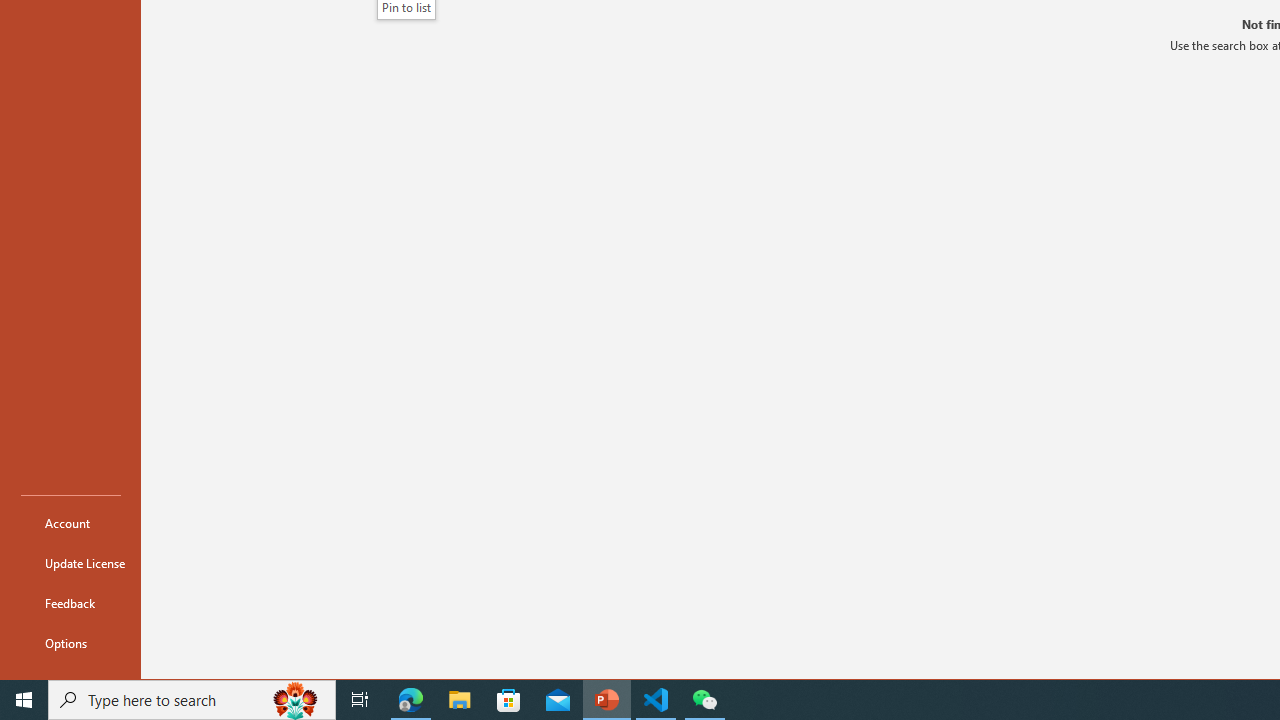 The image size is (1280, 720). I want to click on 'Feedback', so click(71, 602).